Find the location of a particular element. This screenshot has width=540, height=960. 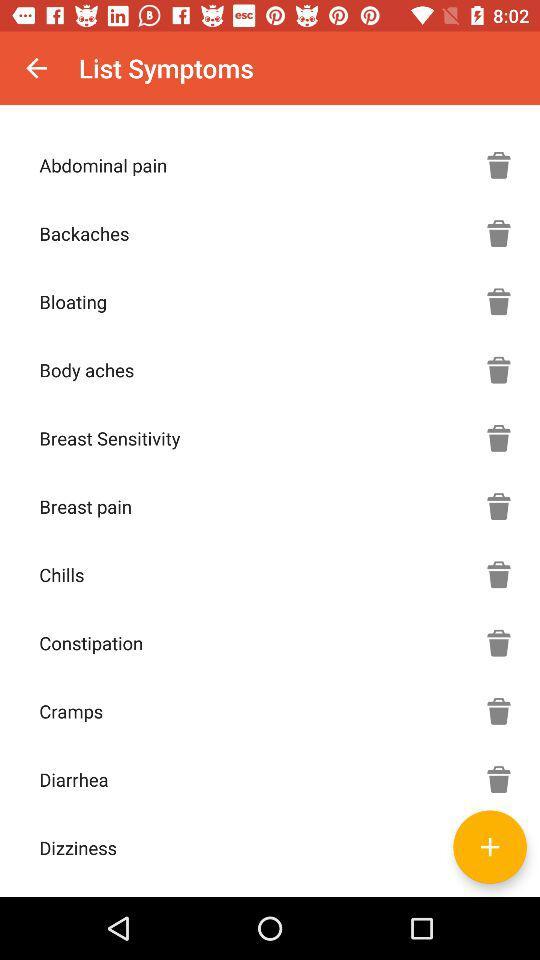

remove symptom is located at coordinates (498, 711).